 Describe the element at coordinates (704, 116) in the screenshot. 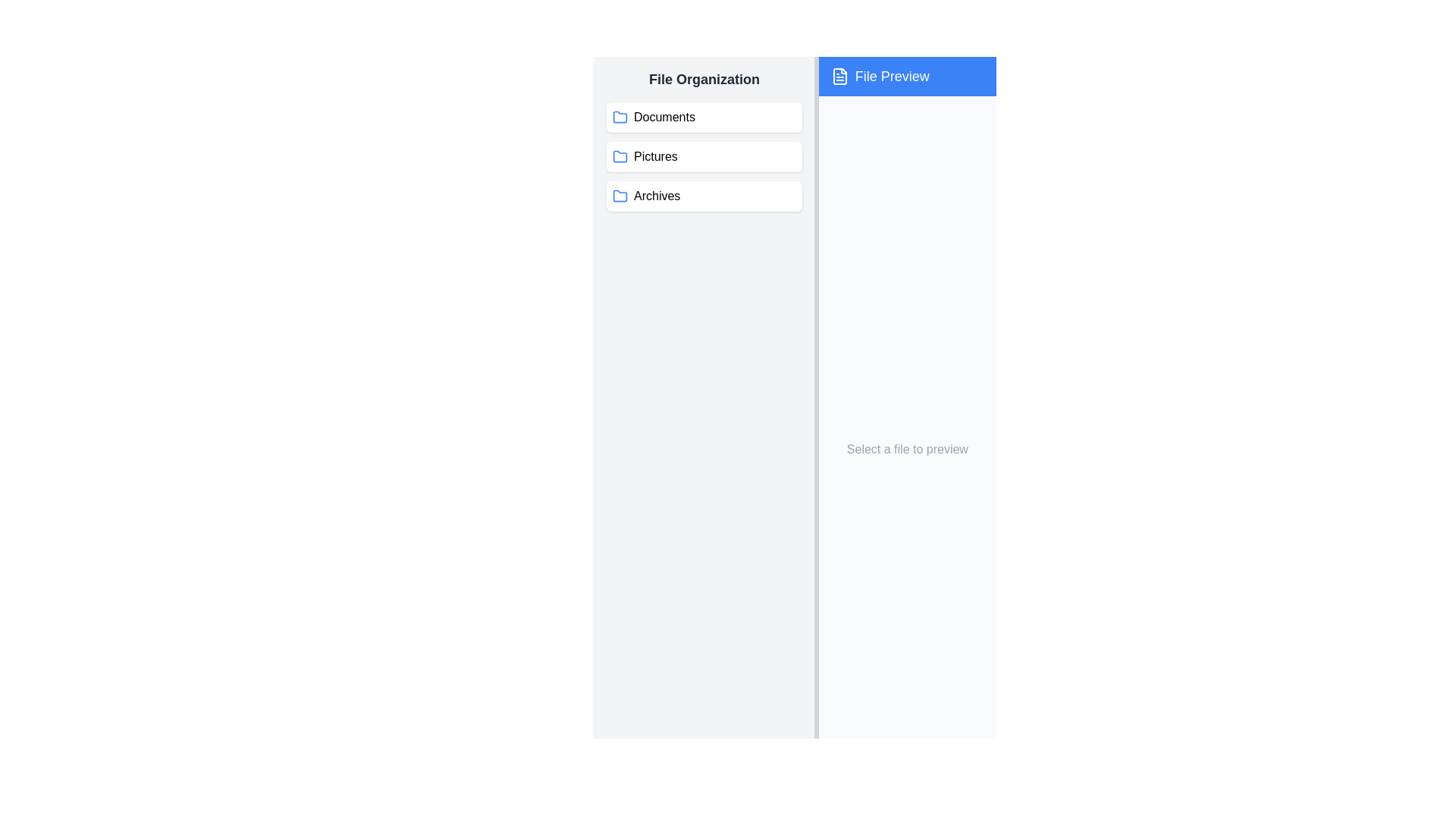

I see `the 'Documents' button in the File Organization navigation menu to change its background color` at that location.